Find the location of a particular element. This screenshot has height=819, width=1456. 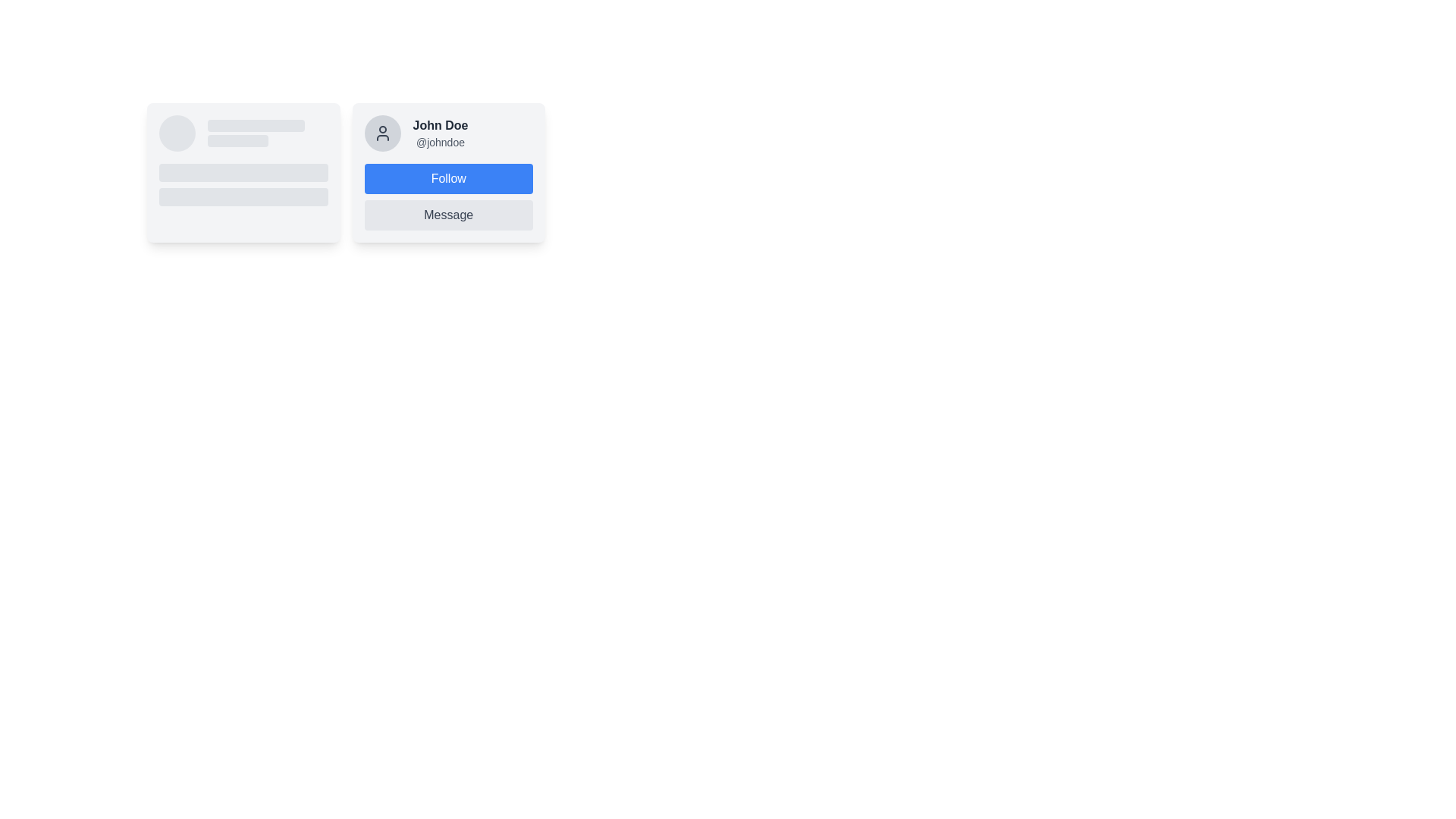

the follow button located below the user profile section of 'John Doe' is located at coordinates (447, 171).